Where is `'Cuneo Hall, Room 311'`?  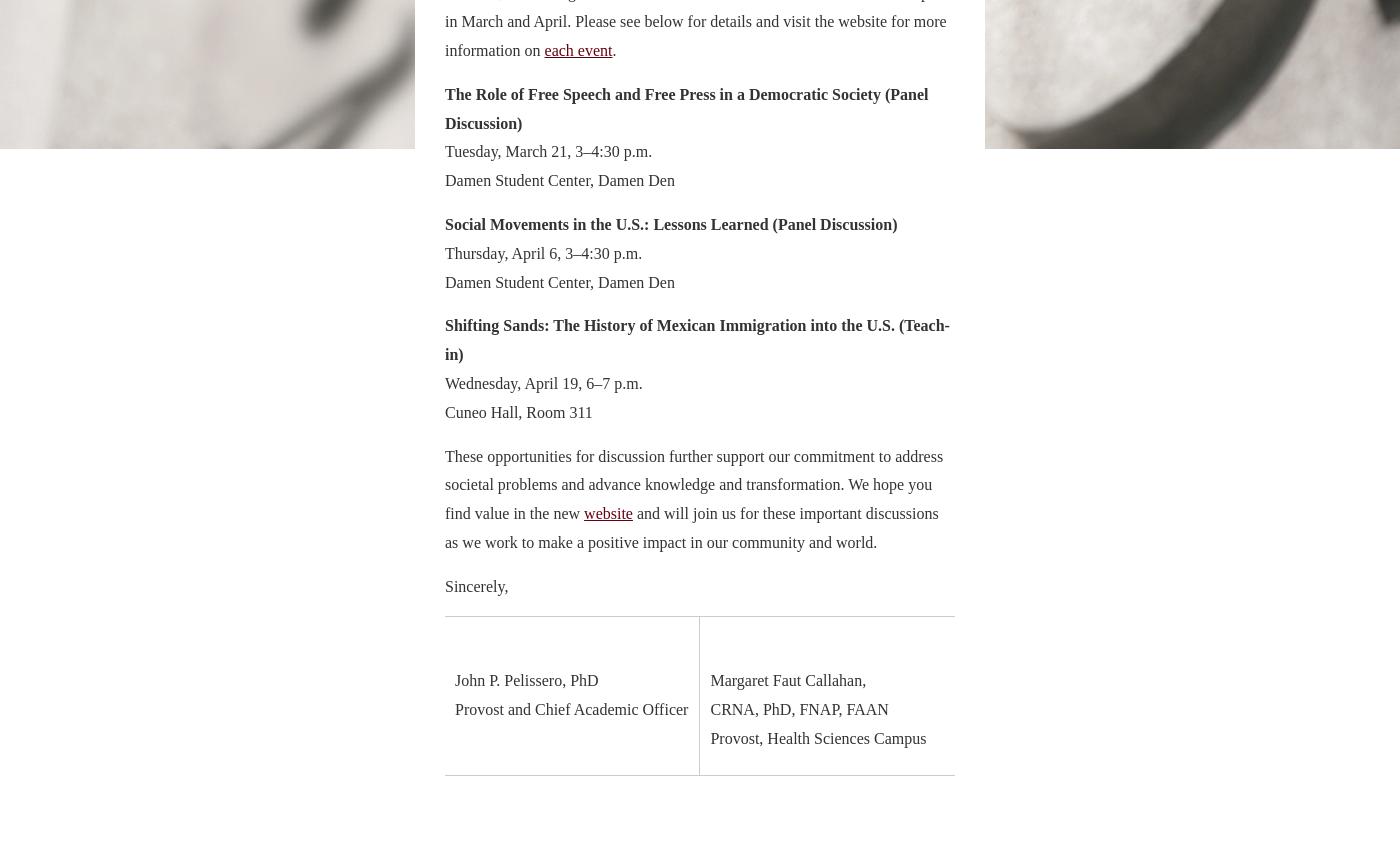
'Cuneo Hall, Room 311' is located at coordinates (518, 410).